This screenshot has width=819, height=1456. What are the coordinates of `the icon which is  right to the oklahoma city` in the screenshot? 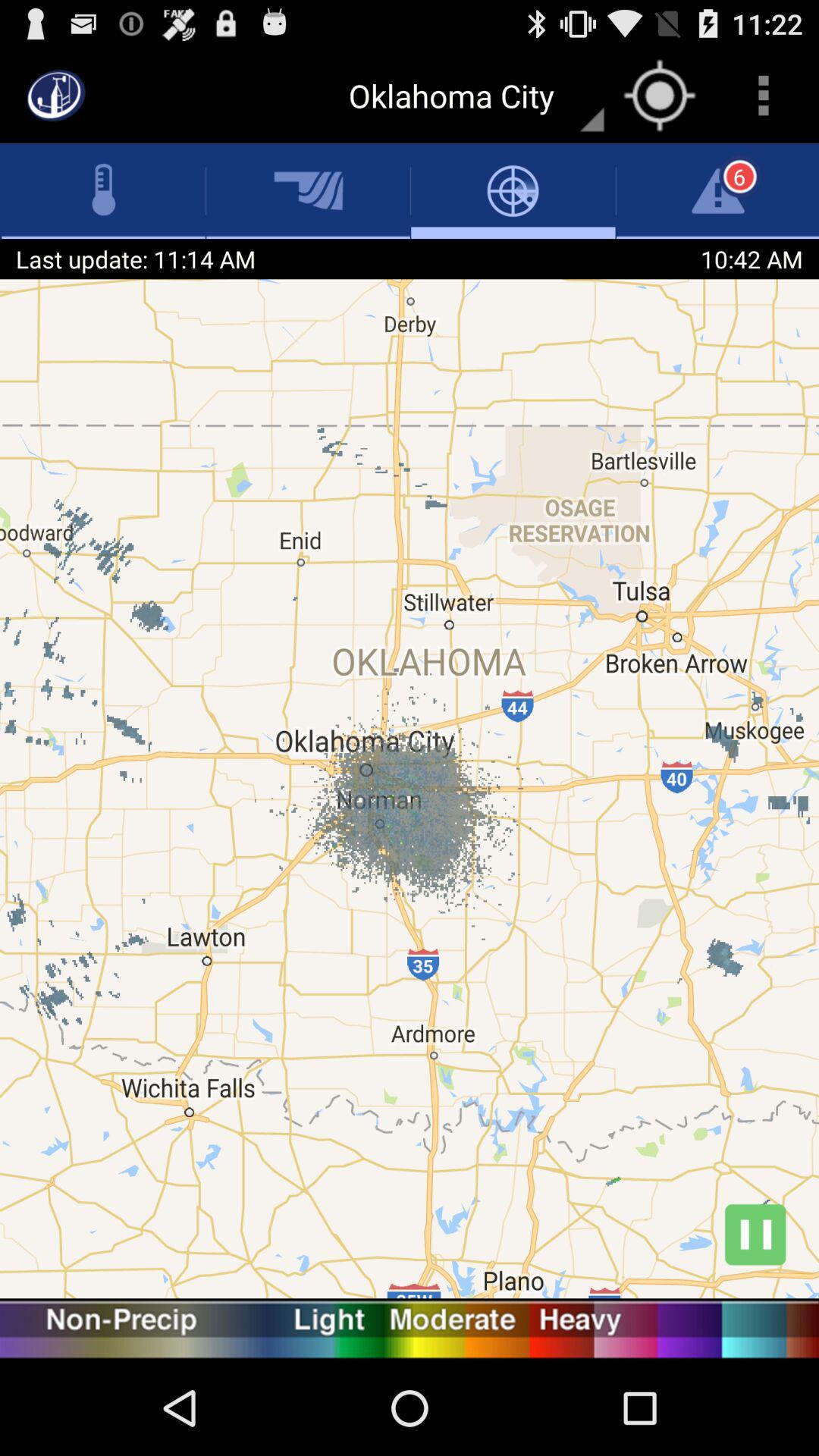 It's located at (659, 94).